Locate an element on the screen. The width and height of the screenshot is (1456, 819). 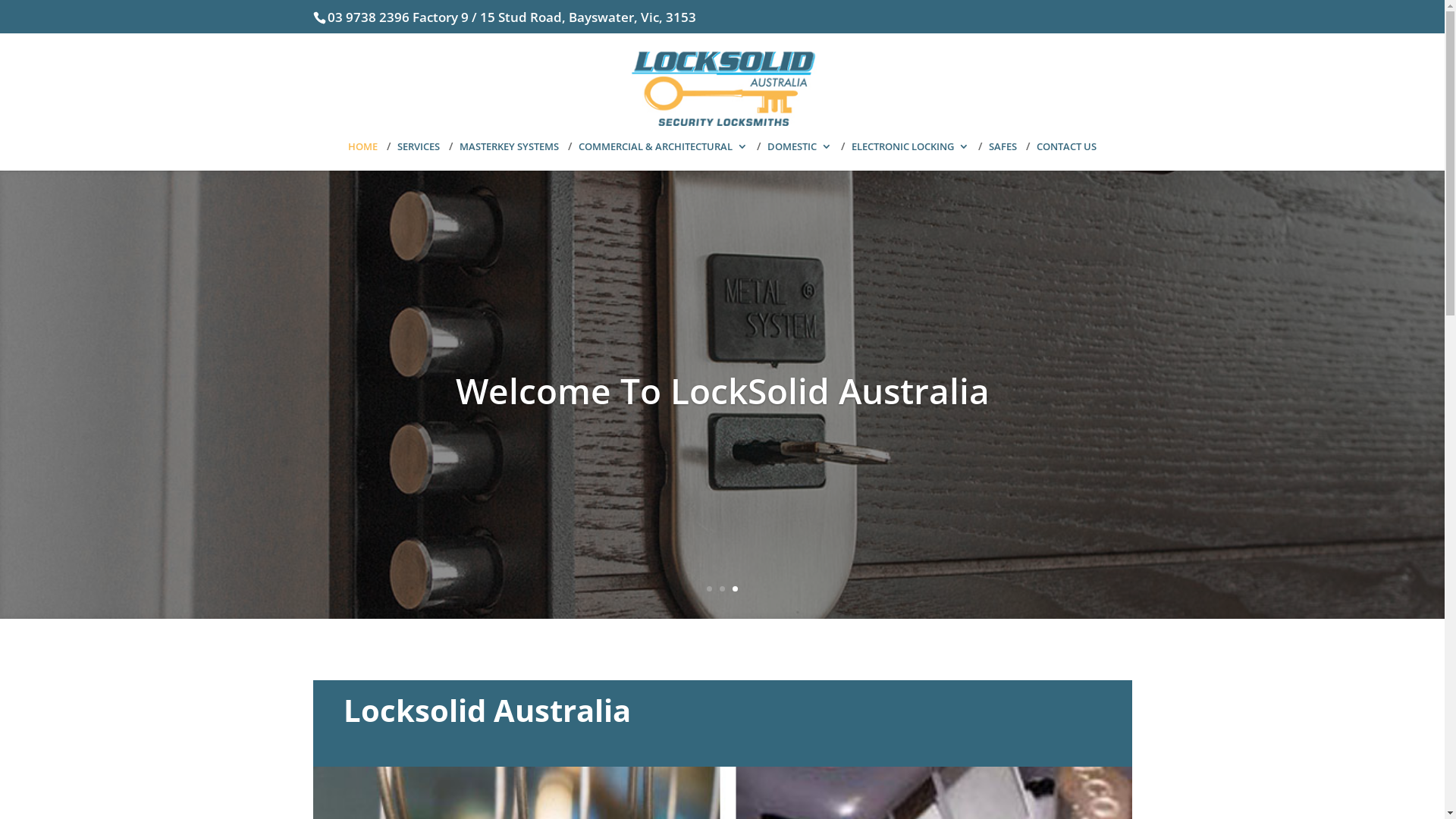
'ELECTRONIC LOCKING' is located at coordinates (910, 155).